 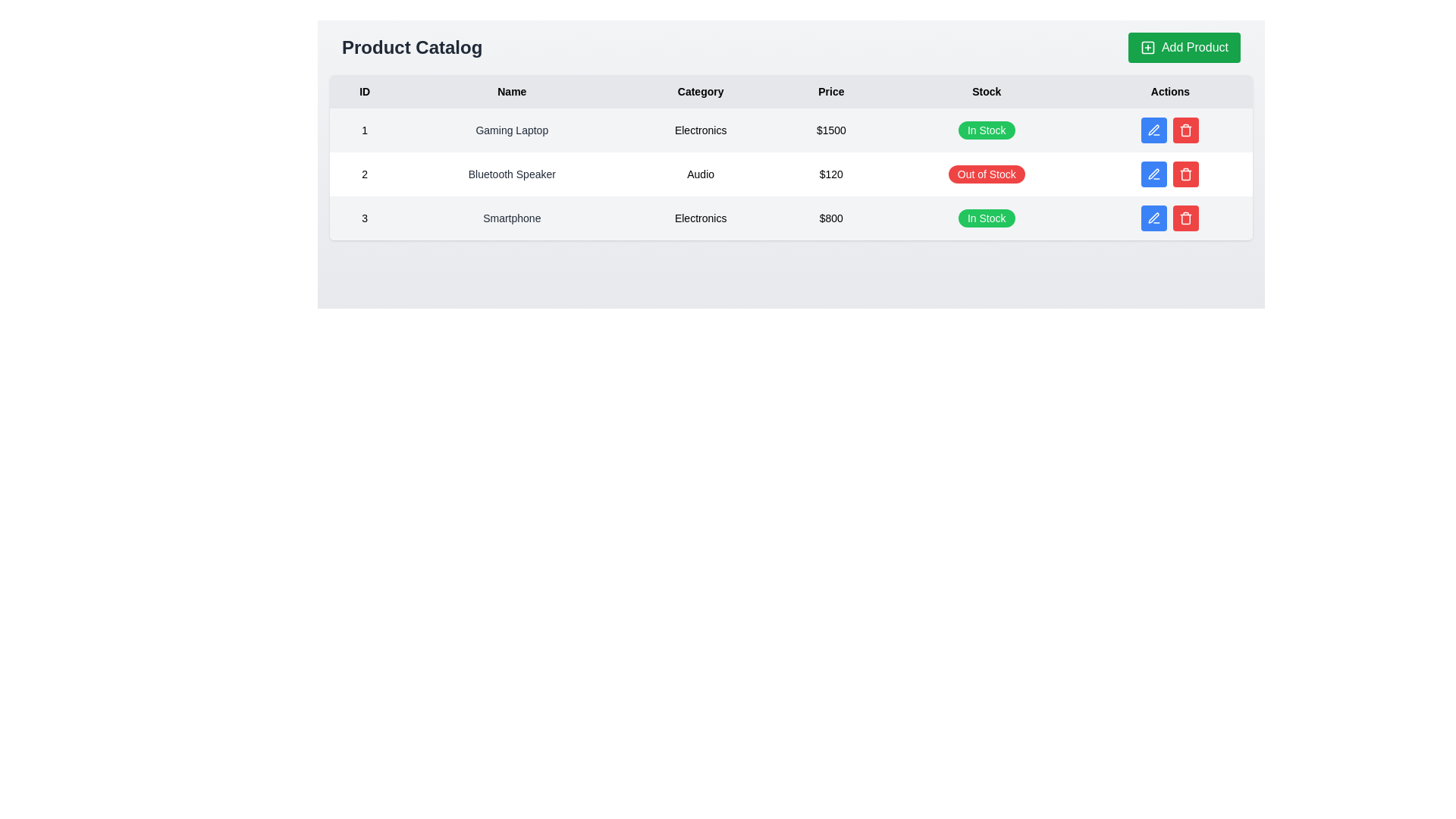 What do you see at coordinates (1185, 218) in the screenshot?
I see `the Trash Icon button in the Actions column of the second row` at bounding box center [1185, 218].